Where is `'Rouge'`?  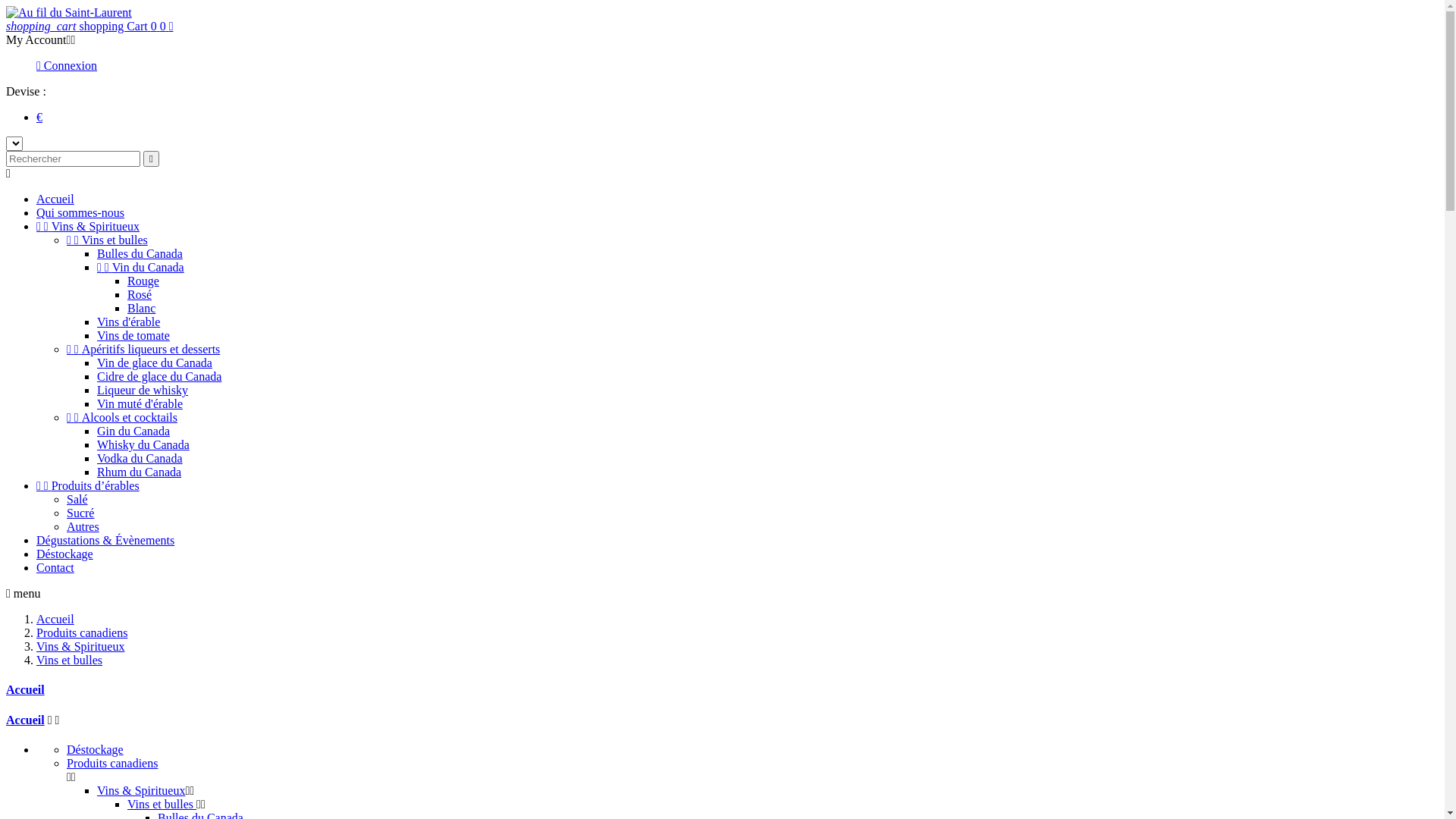
'Rouge' is located at coordinates (143, 281).